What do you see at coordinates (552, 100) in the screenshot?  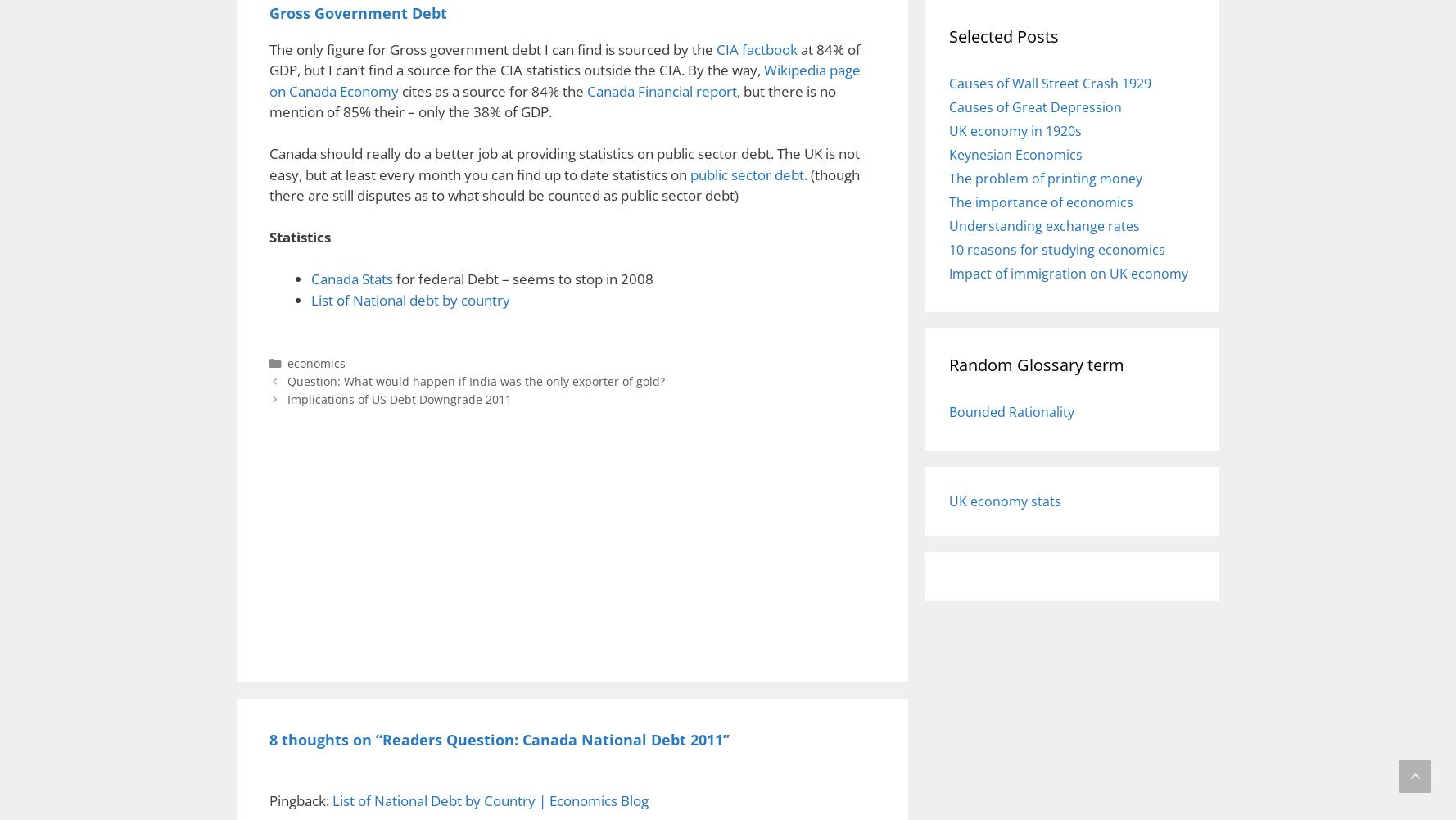 I see `', but there is no mention of 85% their – only the 38% of GDP.'` at bounding box center [552, 100].